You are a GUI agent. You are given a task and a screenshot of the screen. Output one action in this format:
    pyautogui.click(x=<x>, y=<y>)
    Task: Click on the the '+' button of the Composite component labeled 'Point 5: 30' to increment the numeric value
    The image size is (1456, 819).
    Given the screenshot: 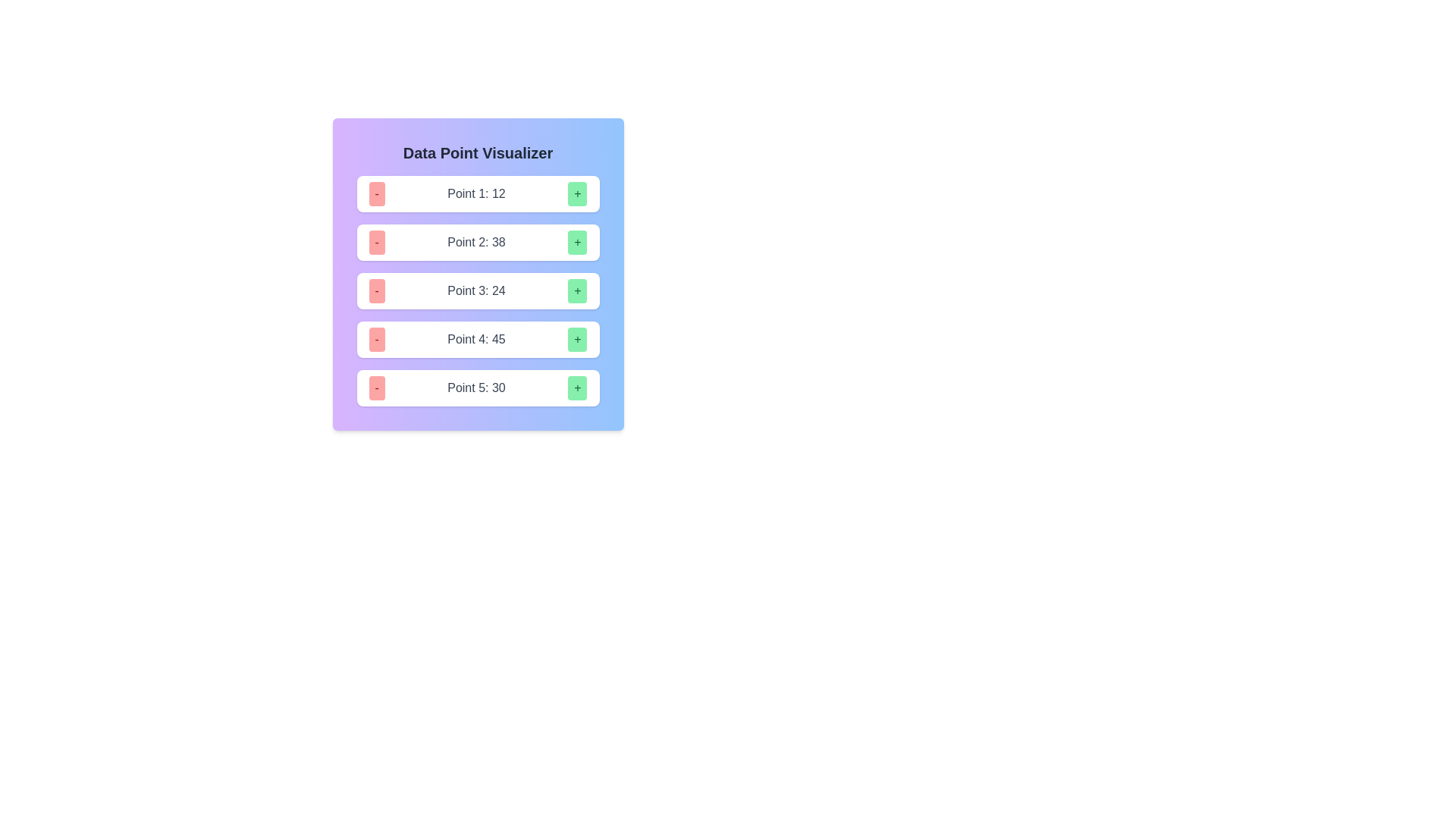 What is the action you would take?
    pyautogui.click(x=477, y=388)
    